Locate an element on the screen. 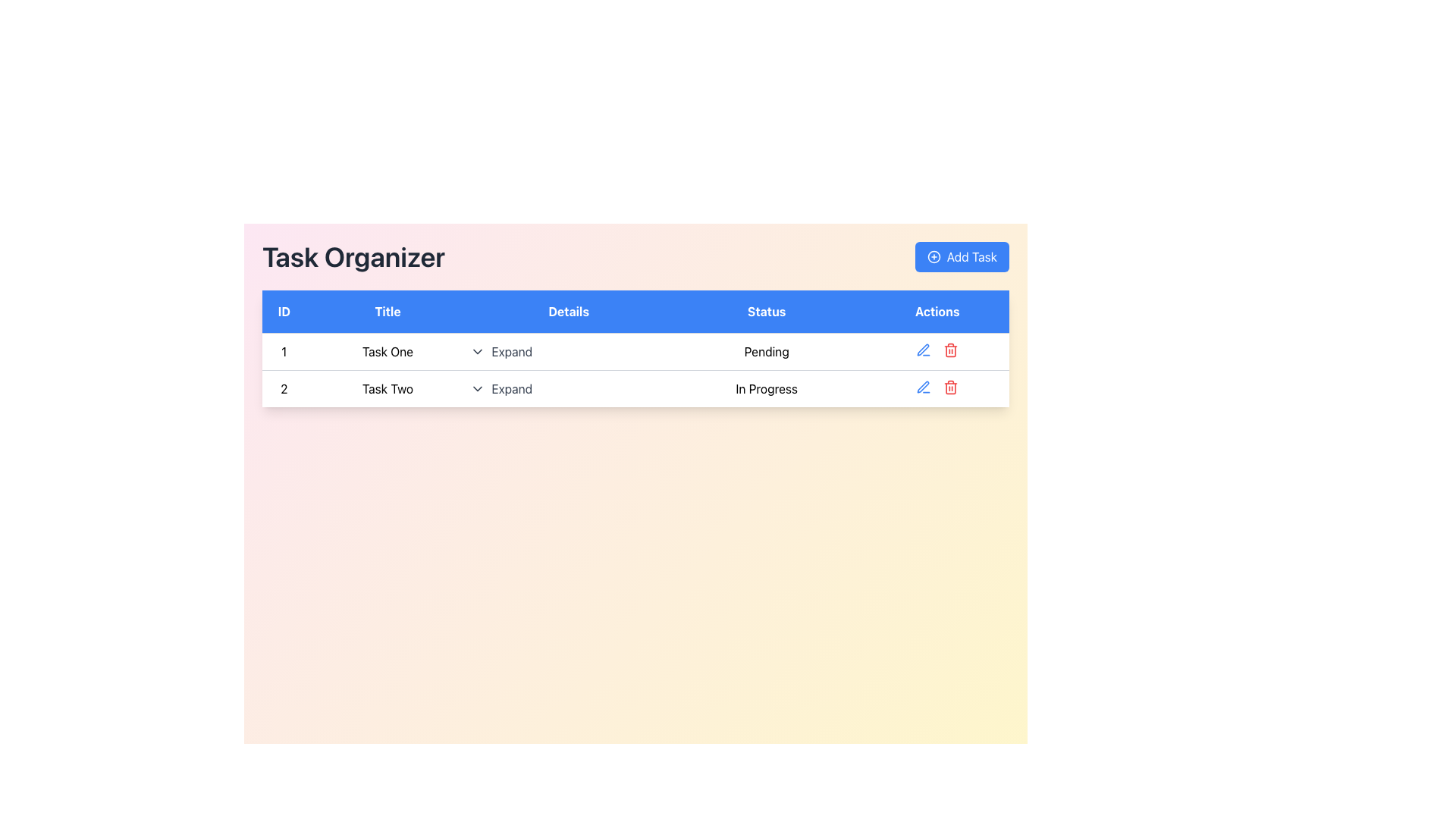 This screenshot has width=1456, height=819. the 'Add Task' button, which is a rectangular button with rounded corners, displaying white text on a blue background and a plus icon to the left is located at coordinates (960, 256).